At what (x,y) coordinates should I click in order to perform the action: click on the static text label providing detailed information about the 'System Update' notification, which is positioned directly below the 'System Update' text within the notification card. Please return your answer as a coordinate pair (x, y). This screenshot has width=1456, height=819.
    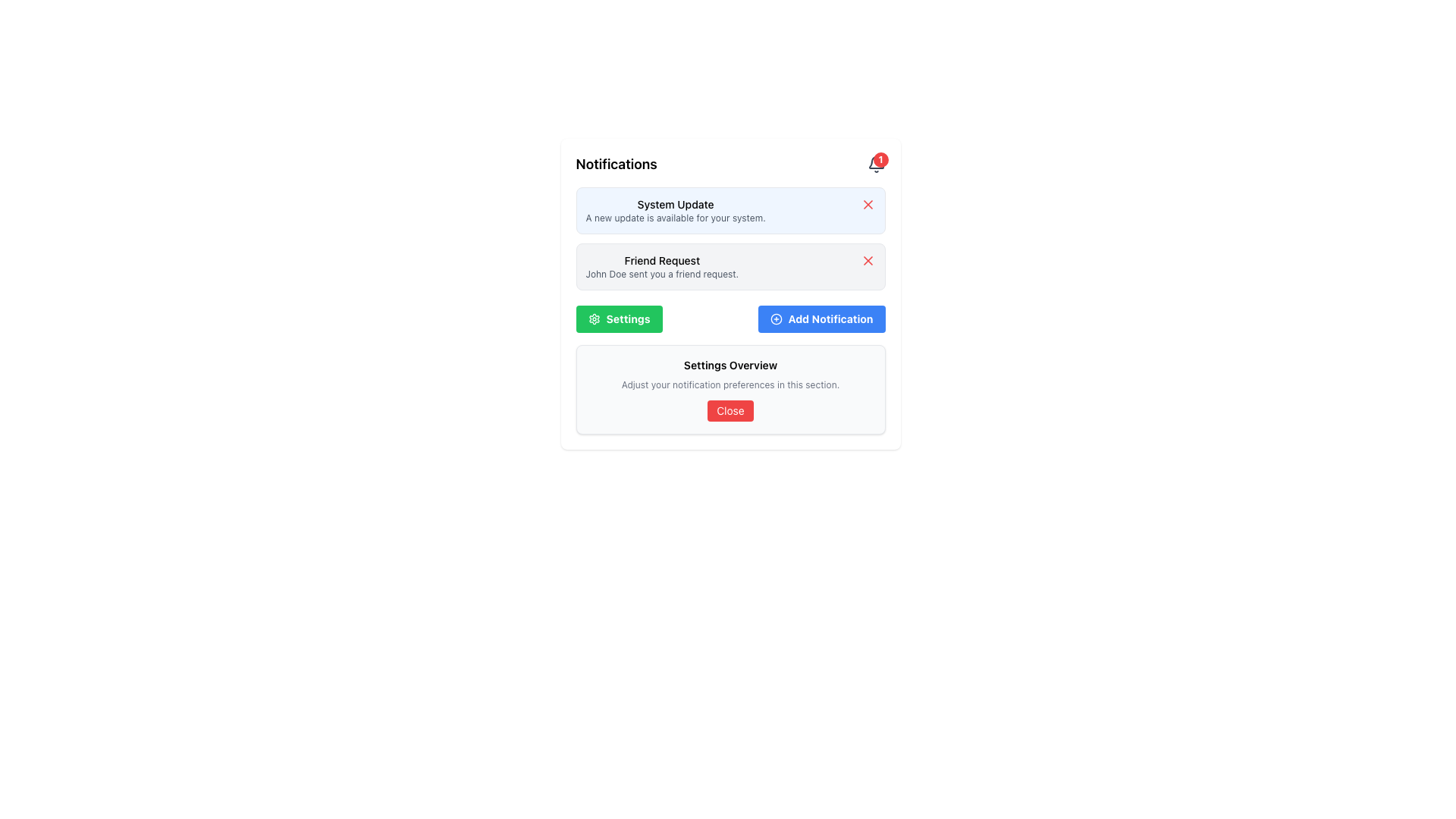
    Looking at the image, I should click on (675, 218).